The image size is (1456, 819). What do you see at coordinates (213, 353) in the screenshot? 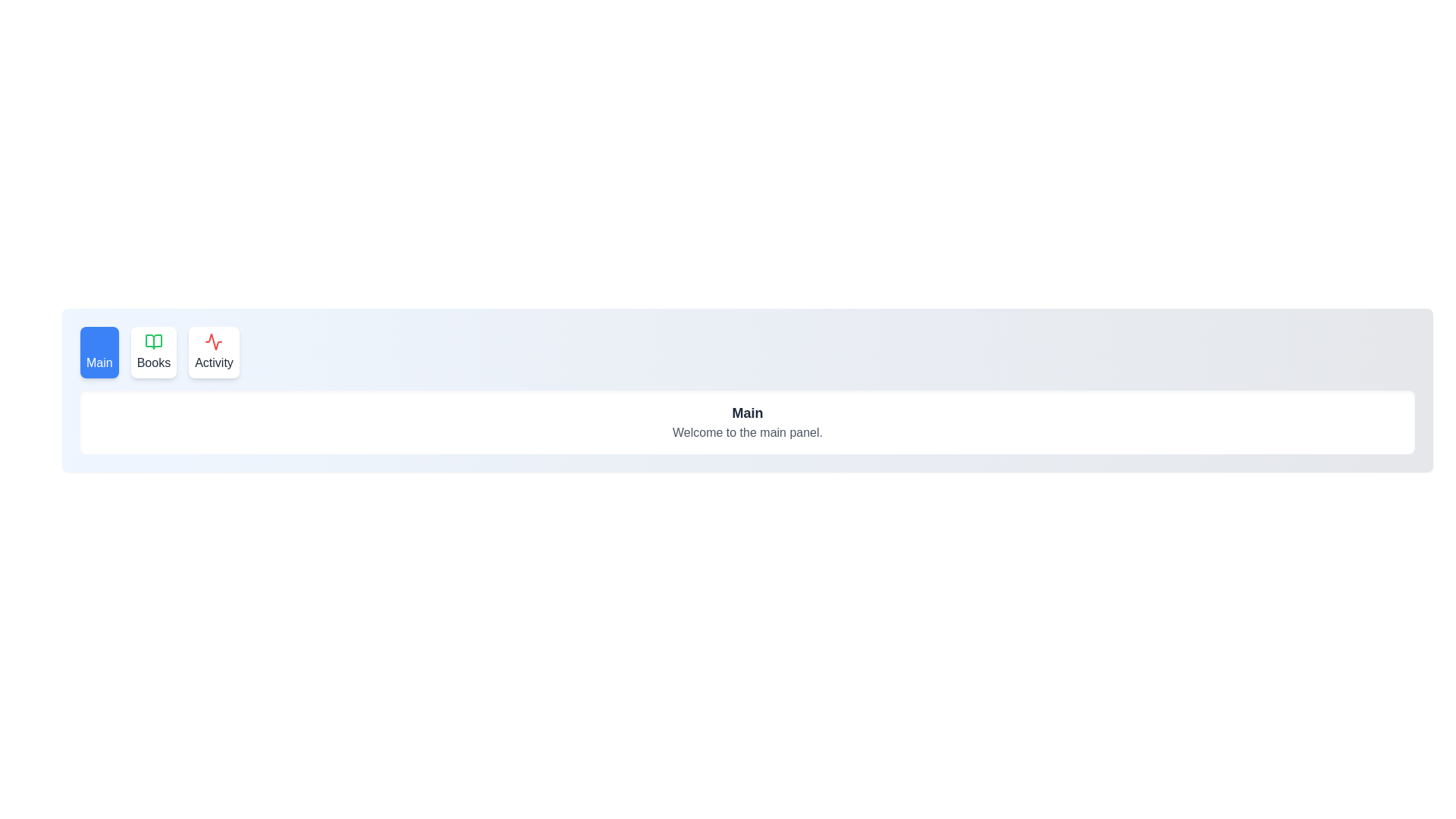
I see `the tab labeled Activity` at bounding box center [213, 353].